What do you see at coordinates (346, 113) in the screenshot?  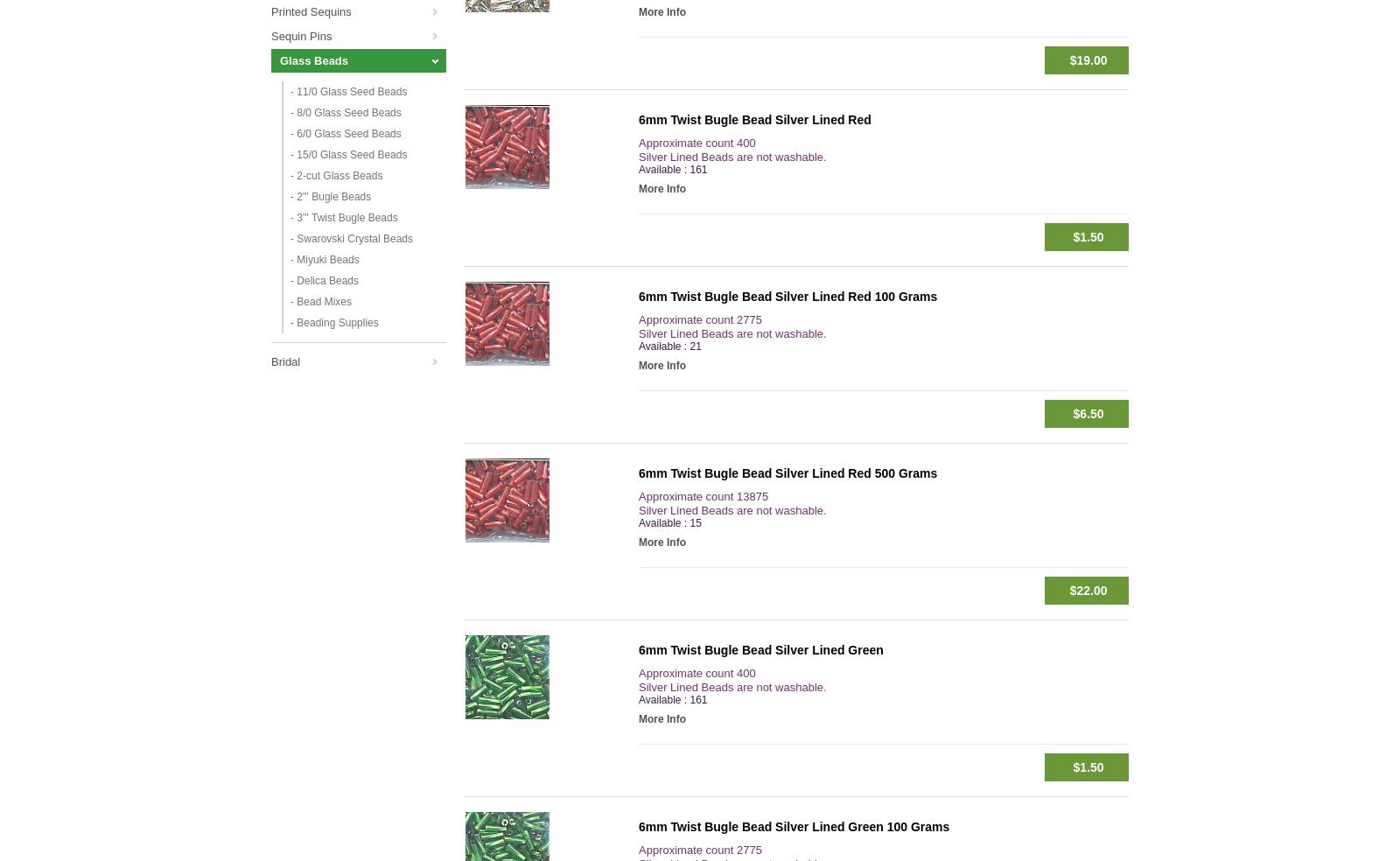 I see `'- 8/0 Glass Seed Beads'` at bounding box center [346, 113].